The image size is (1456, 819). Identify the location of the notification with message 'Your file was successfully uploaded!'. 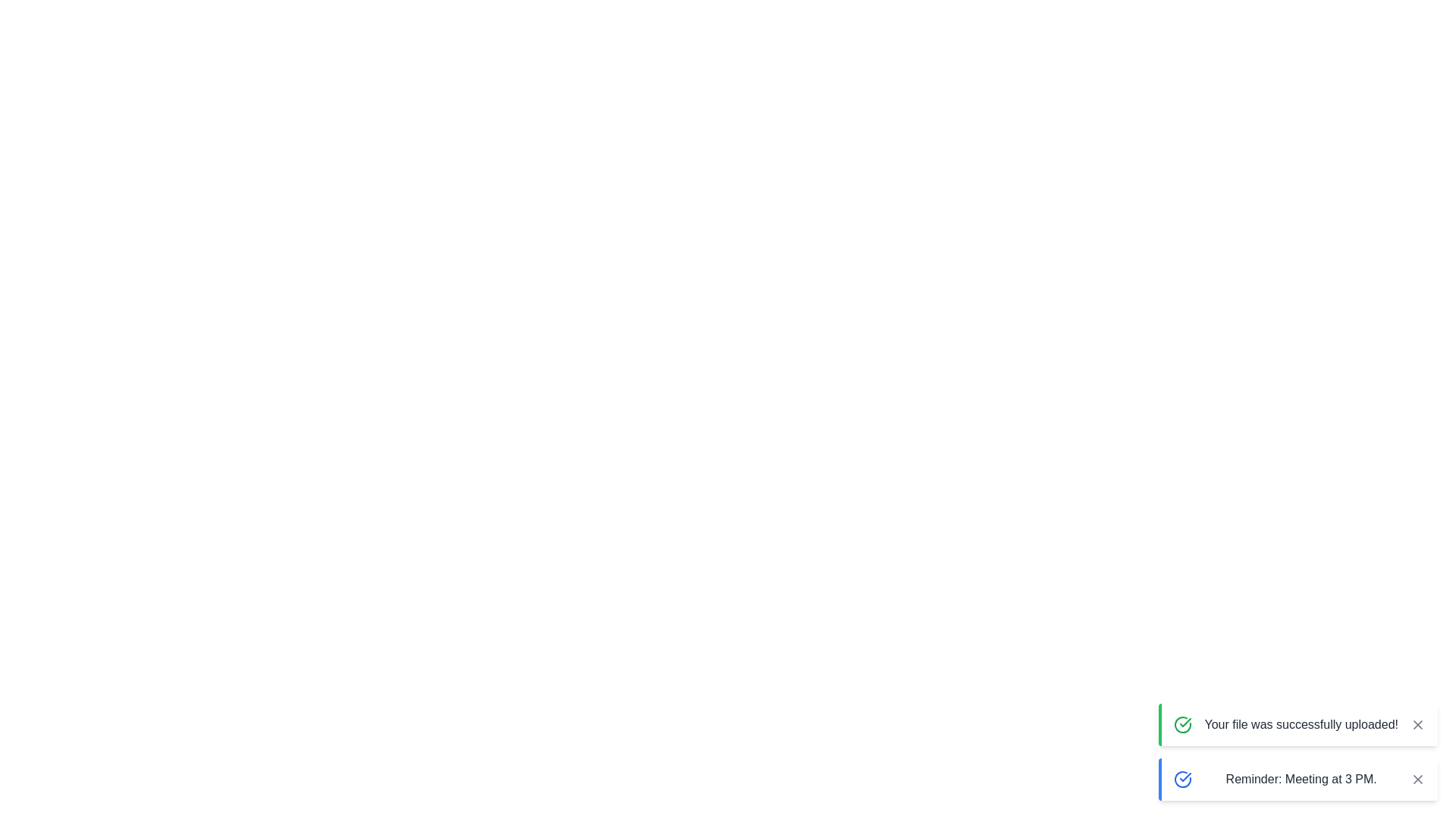
(1298, 724).